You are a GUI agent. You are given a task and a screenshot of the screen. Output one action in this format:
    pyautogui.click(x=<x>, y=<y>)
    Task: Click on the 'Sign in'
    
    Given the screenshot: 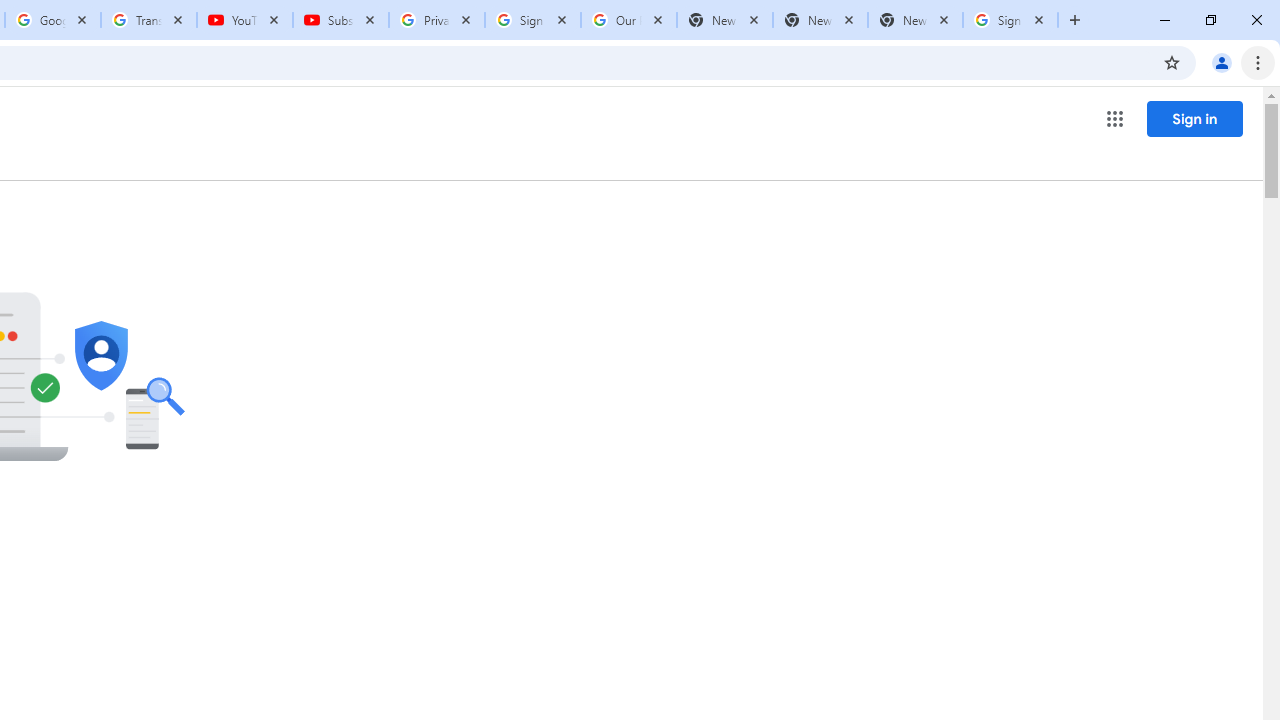 What is the action you would take?
    pyautogui.click(x=1194, y=118)
    